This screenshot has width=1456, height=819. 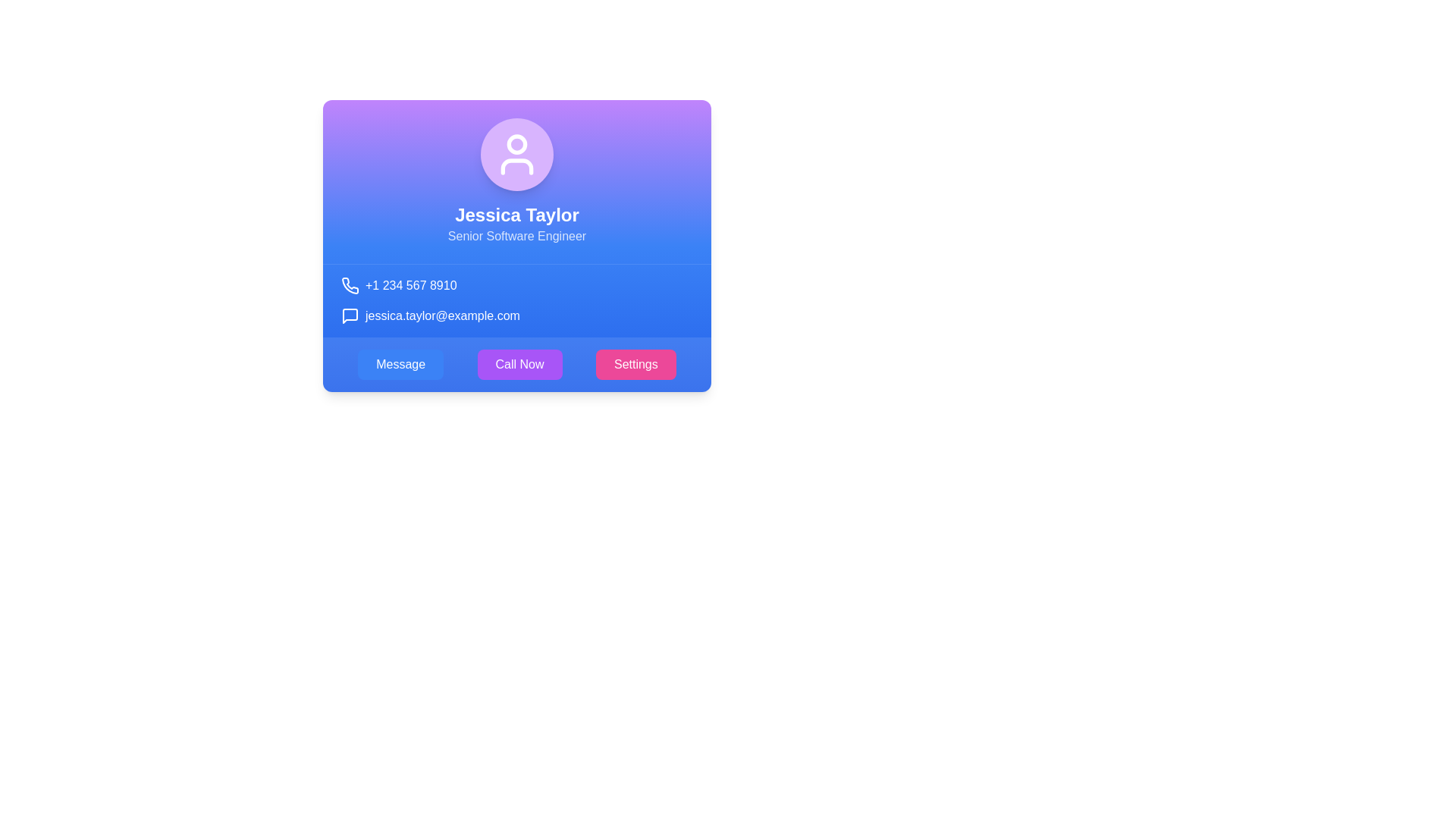 I want to click on the phone icon, which is a line icon with a curved receiver, located to the left of the phone number '+1 234 567 8910' in the contact information section of the card, so click(x=350, y=285).